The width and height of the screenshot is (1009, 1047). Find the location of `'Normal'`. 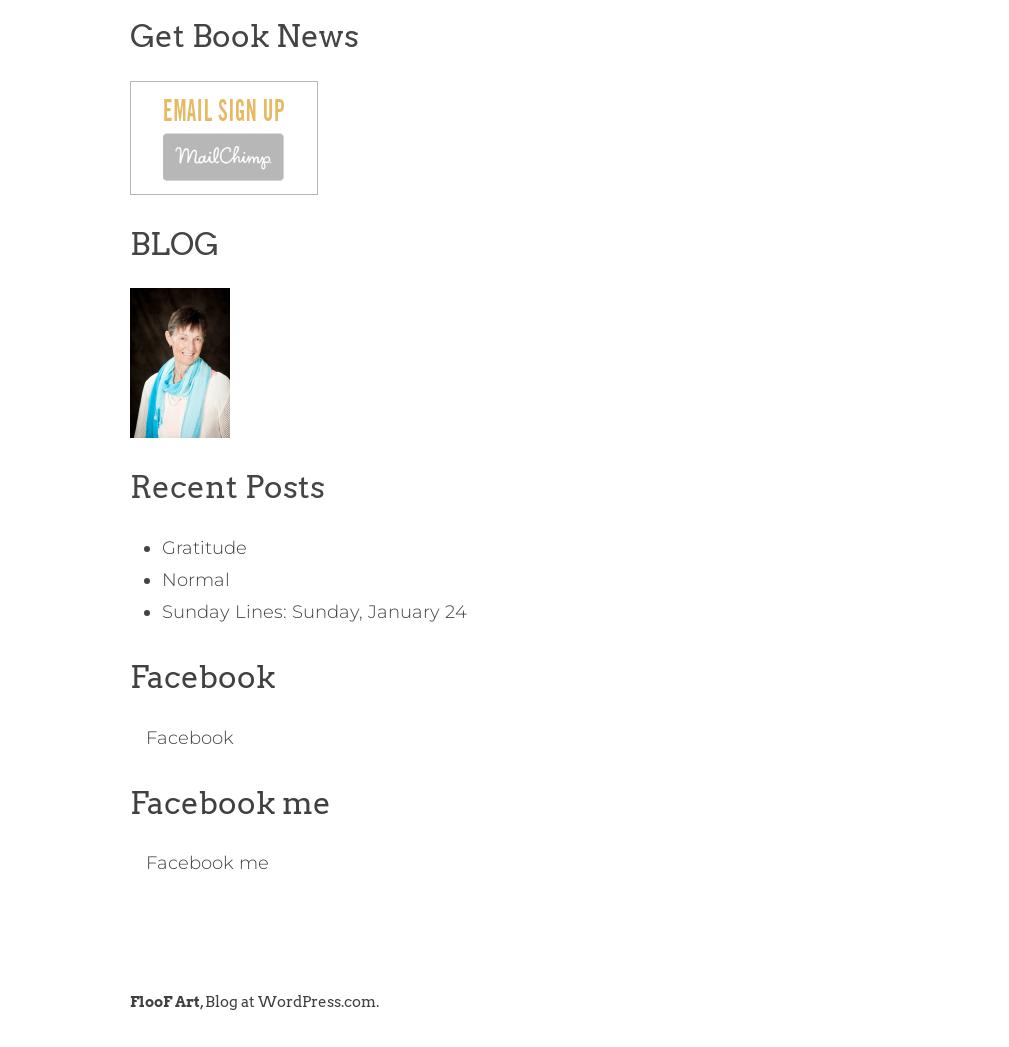

'Normal' is located at coordinates (194, 579).